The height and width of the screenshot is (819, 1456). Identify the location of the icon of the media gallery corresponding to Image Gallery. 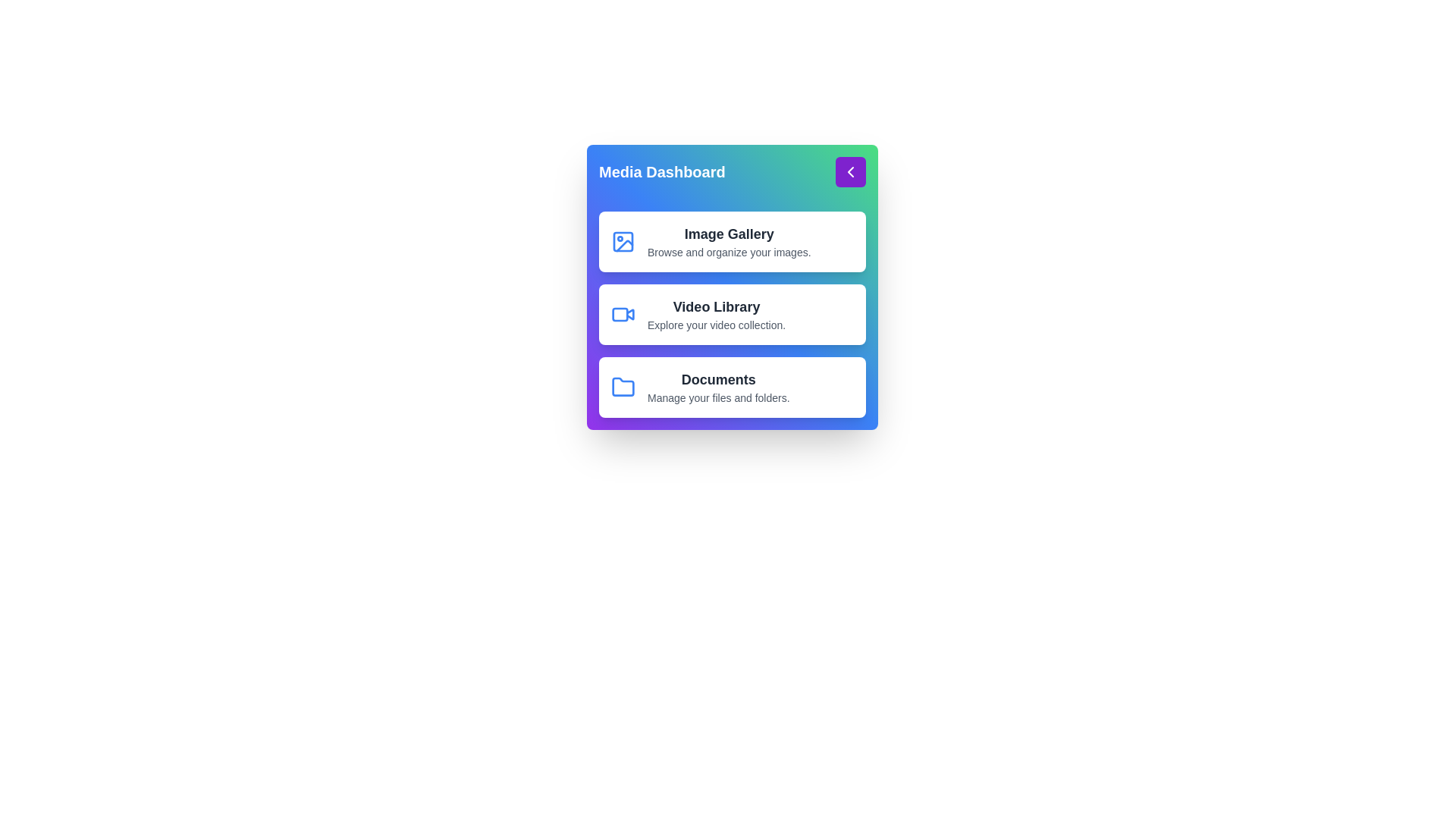
(623, 241).